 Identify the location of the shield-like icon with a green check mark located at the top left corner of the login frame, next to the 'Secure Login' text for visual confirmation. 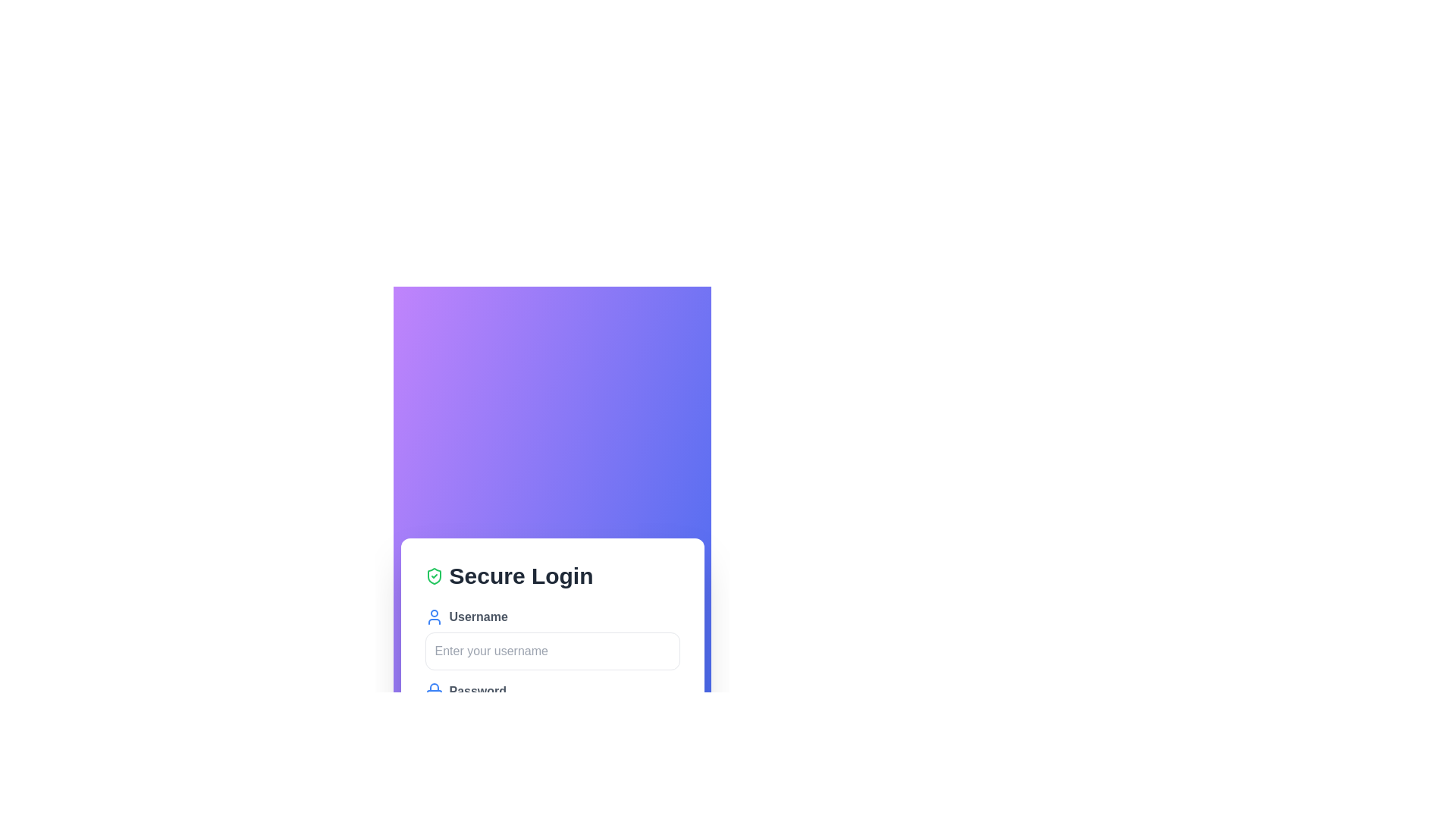
(433, 576).